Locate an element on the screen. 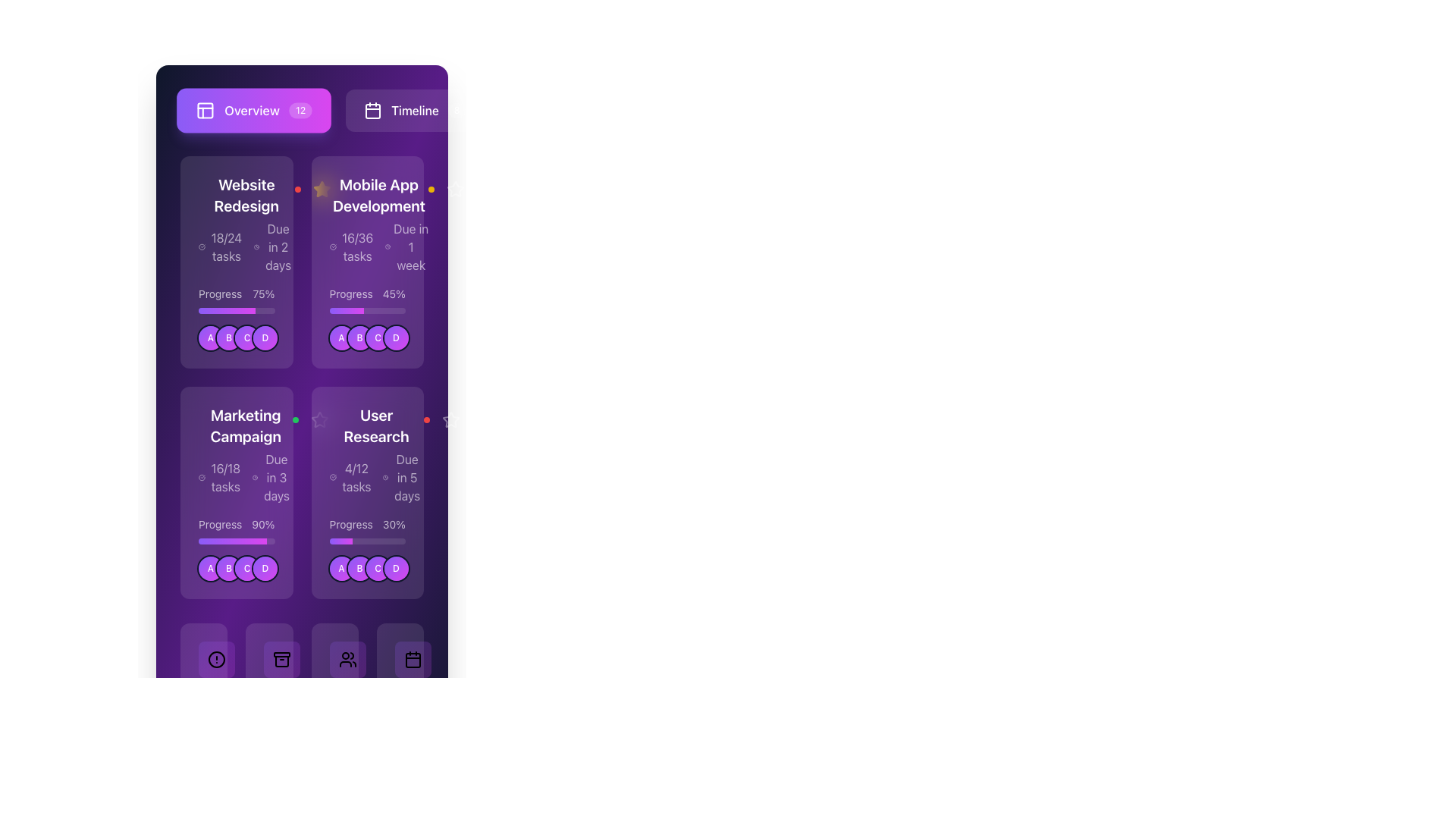 This screenshot has height=819, width=1456. the square-shaped button with a purple gradient background and a stylized calendar icon is located at coordinates (413, 659).